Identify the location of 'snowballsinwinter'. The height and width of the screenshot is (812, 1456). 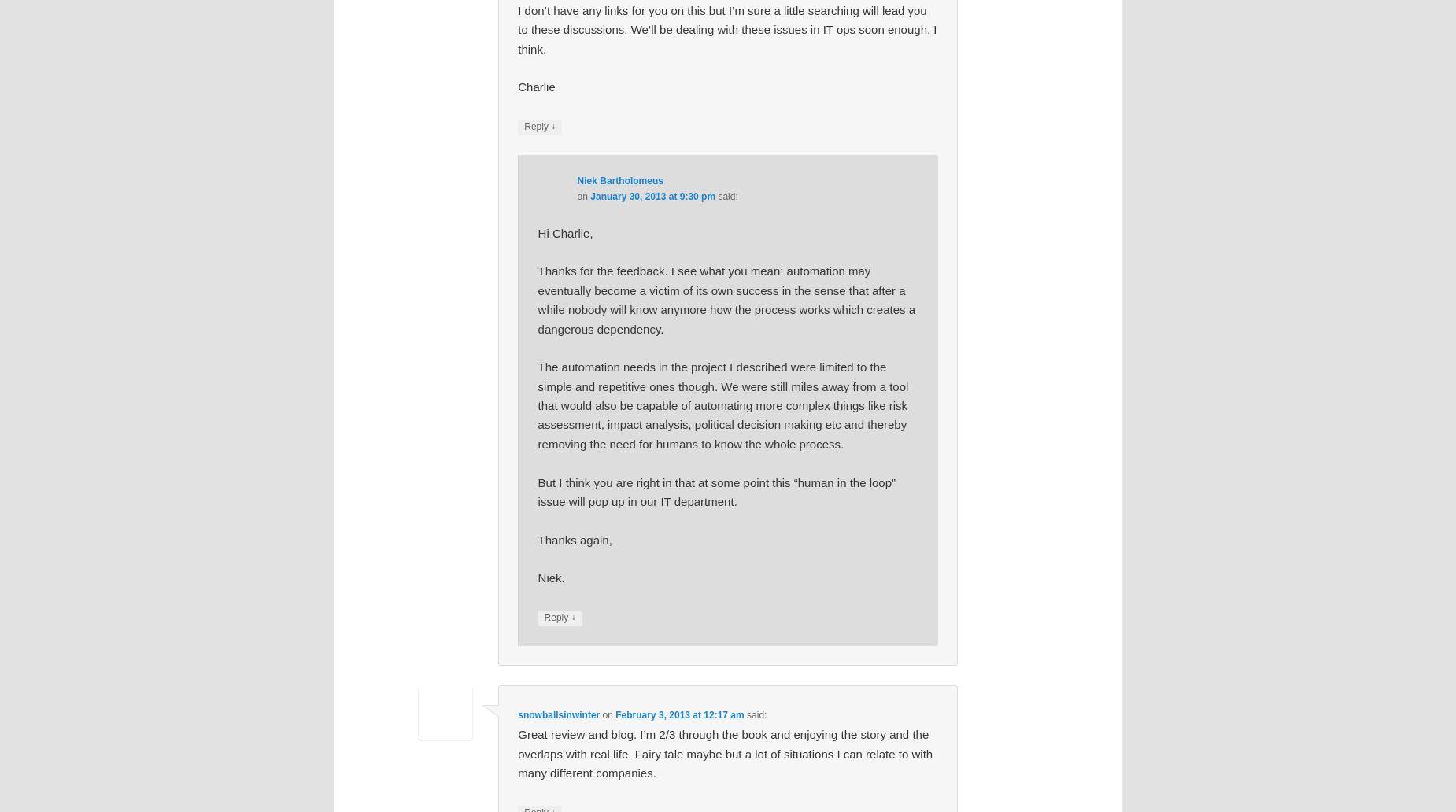
(518, 714).